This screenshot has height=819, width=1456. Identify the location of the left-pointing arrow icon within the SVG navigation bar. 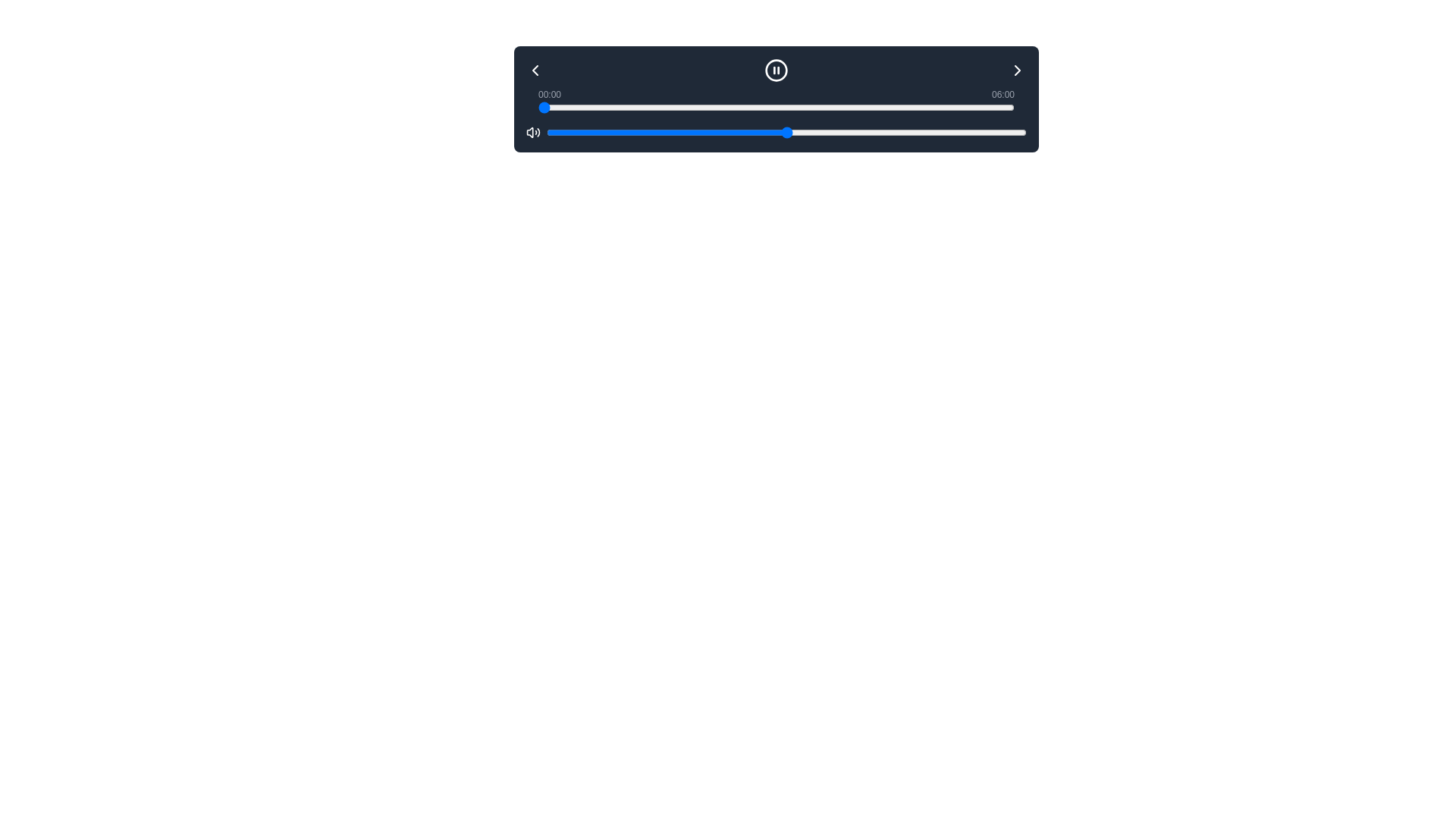
(535, 70).